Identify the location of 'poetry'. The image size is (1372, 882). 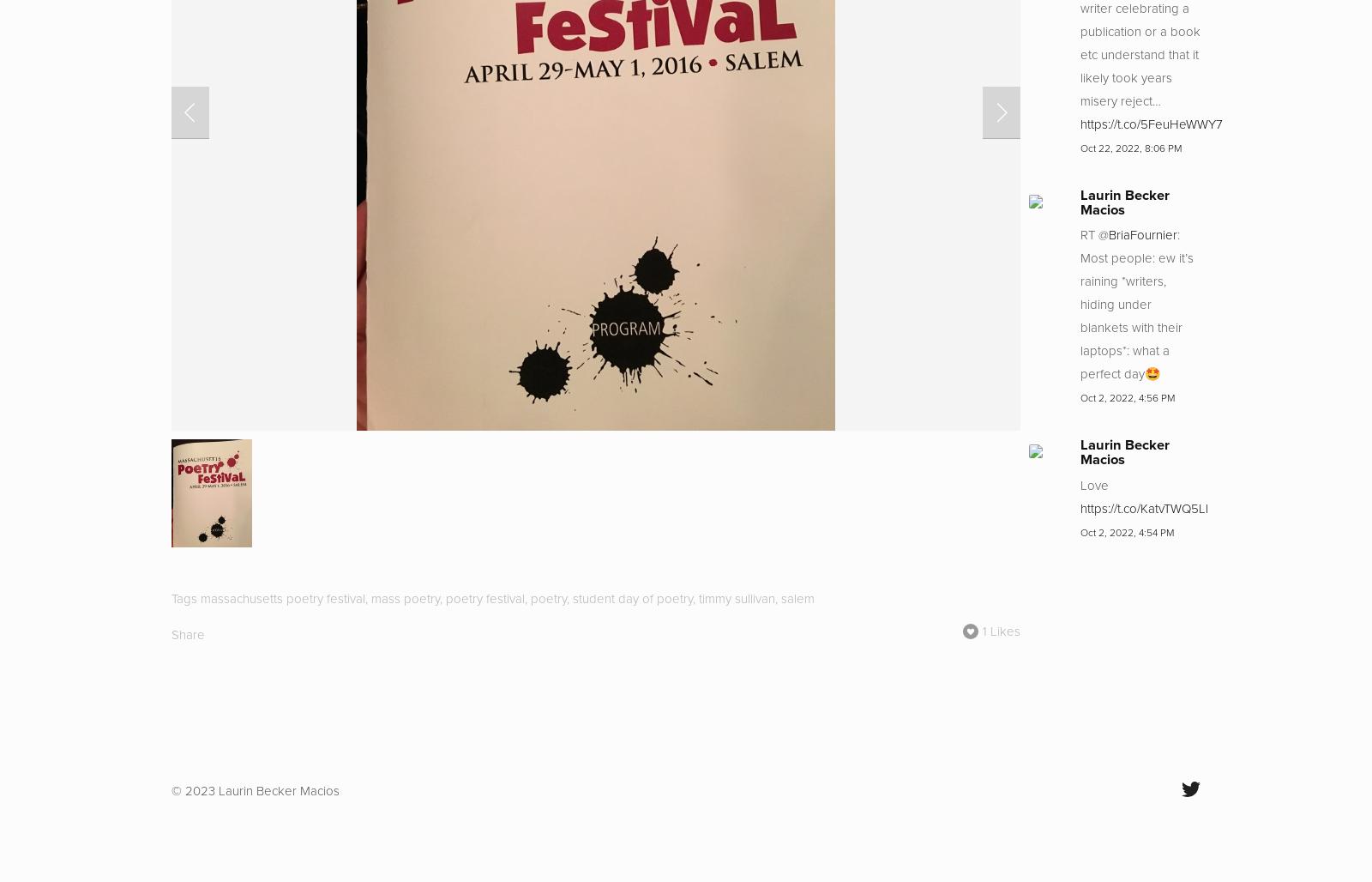
(549, 597).